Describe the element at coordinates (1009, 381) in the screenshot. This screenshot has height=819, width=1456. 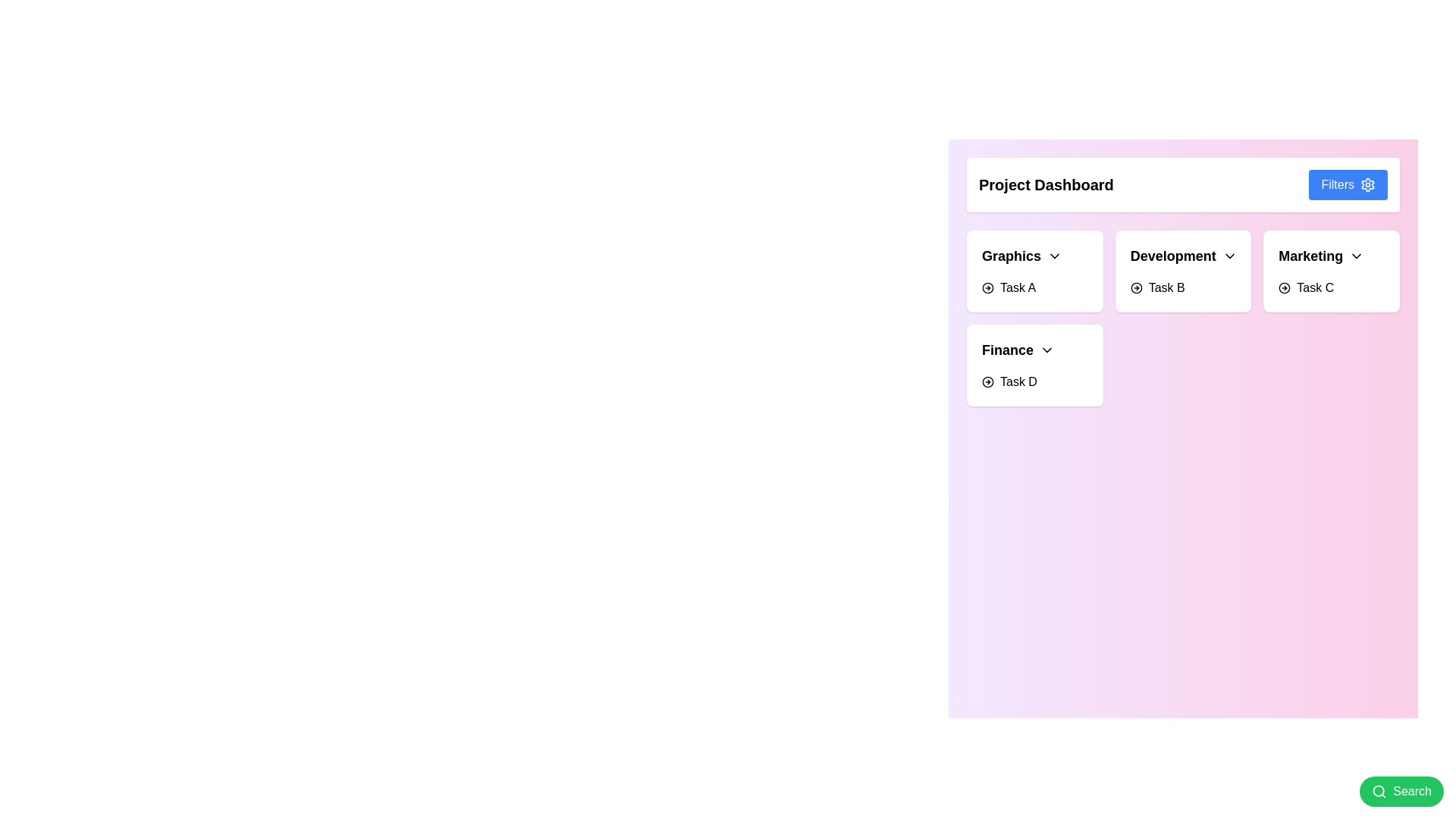
I see `the 'Task D' element, which is a text and icon combination located under the 'Finance' section as the last item` at that location.